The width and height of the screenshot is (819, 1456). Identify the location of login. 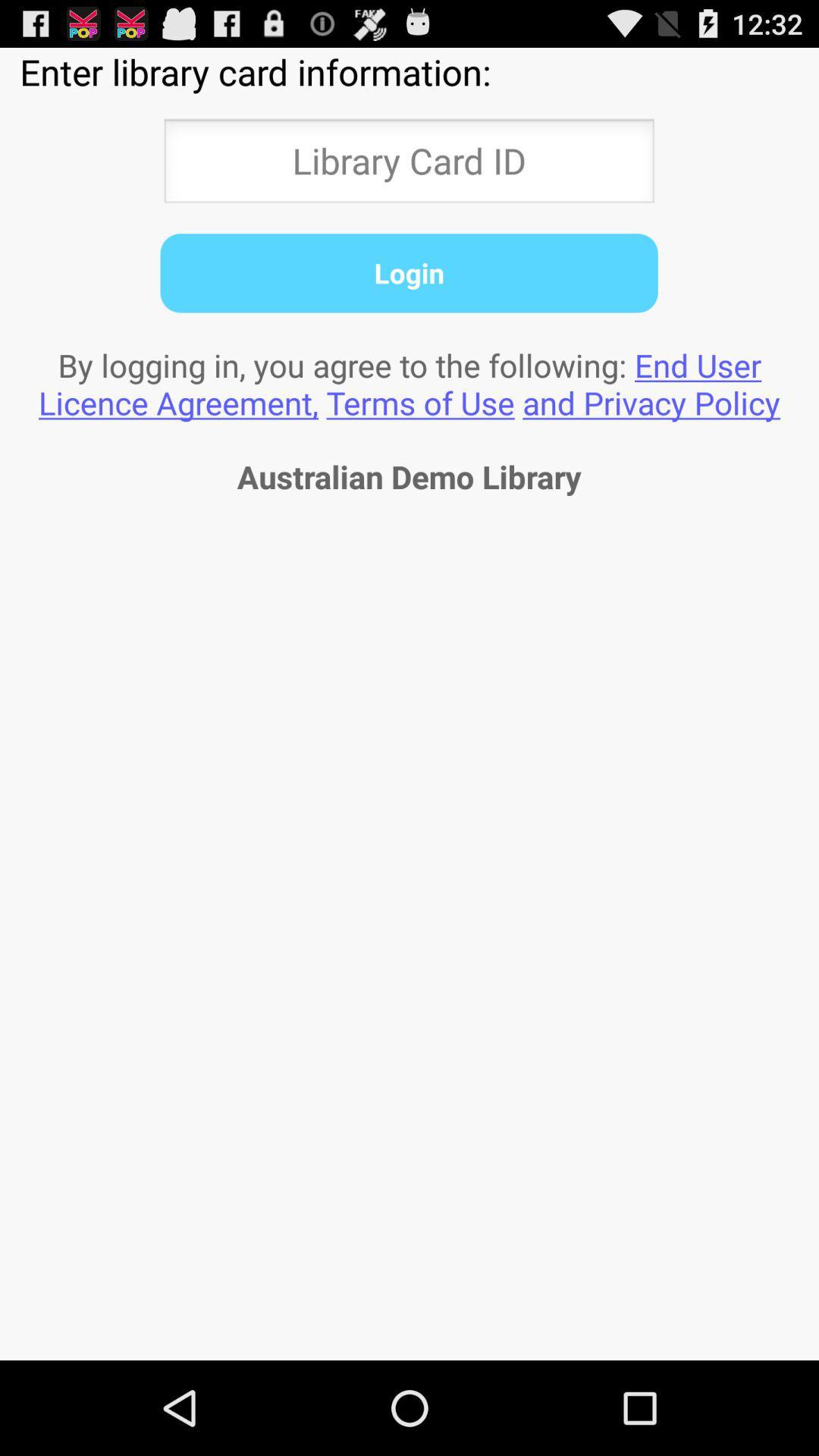
(408, 273).